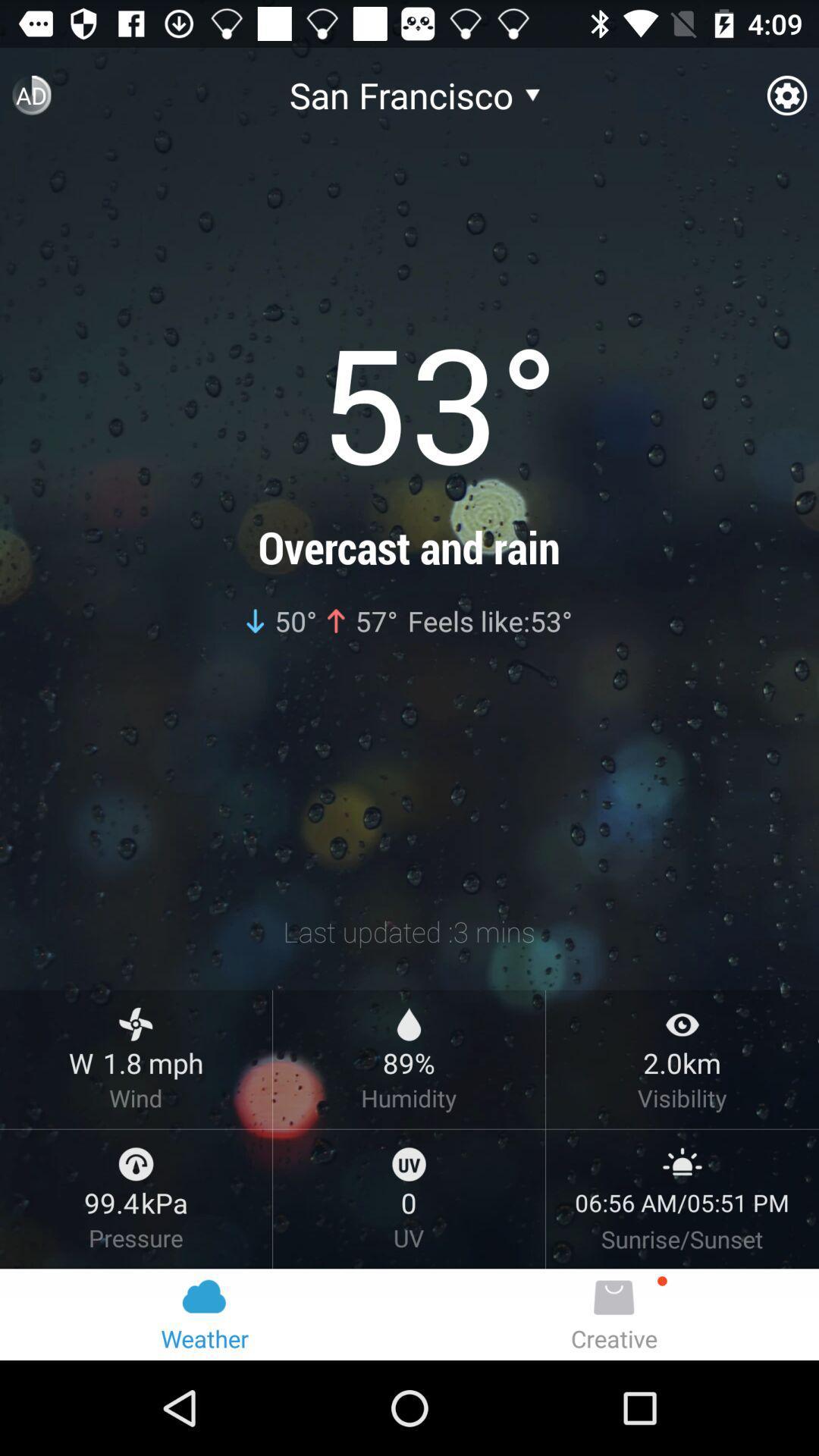 The width and height of the screenshot is (819, 1456). What do you see at coordinates (786, 101) in the screenshot?
I see `the settings icon` at bounding box center [786, 101].